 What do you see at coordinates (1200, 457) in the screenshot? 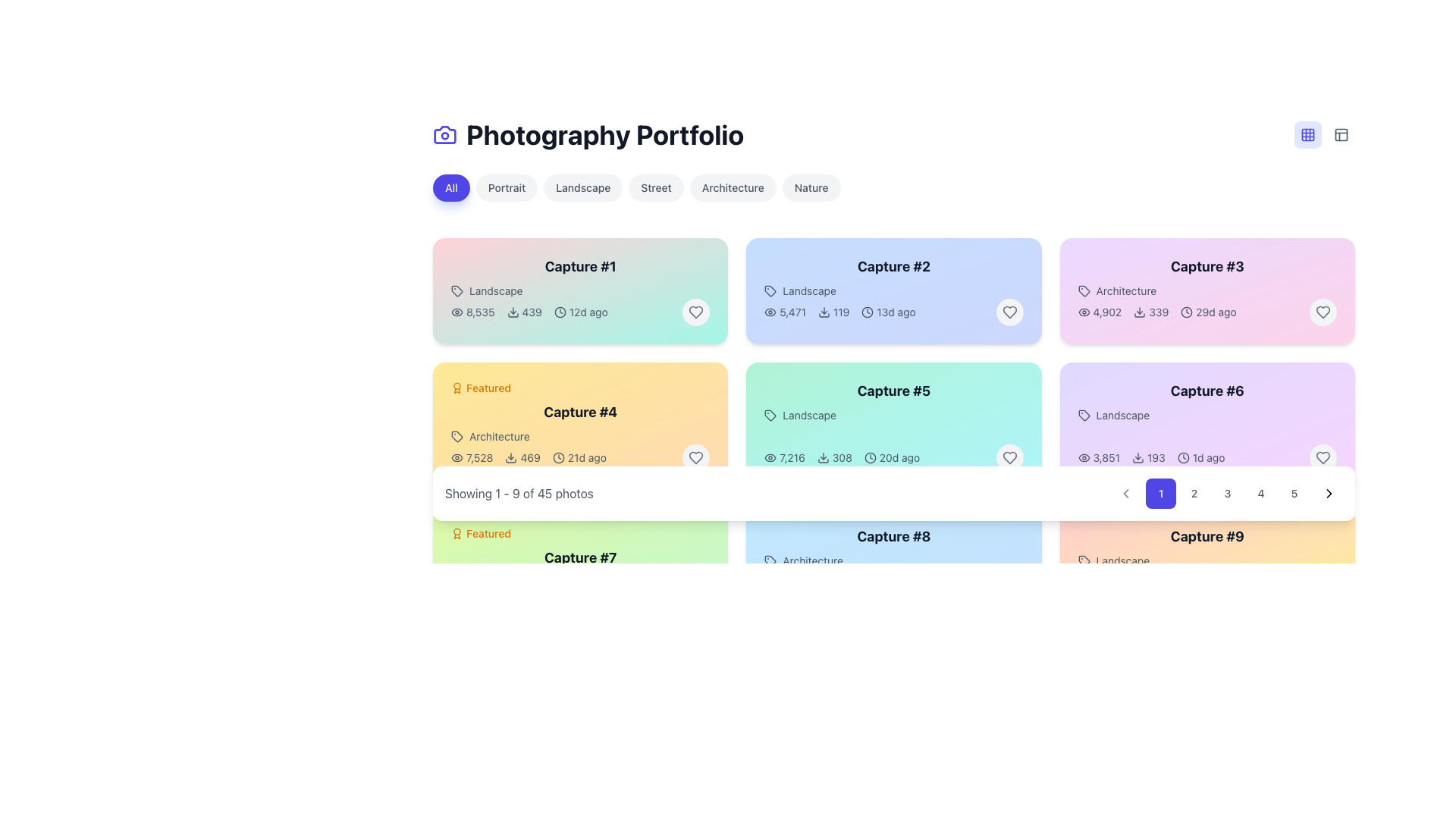
I see `text content from the Text Label with Icon located in the bottom-right section of the 'Capture #6' card, which indicates the time elapsed since the content's creation or last update` at bounding box center [1200, 457].